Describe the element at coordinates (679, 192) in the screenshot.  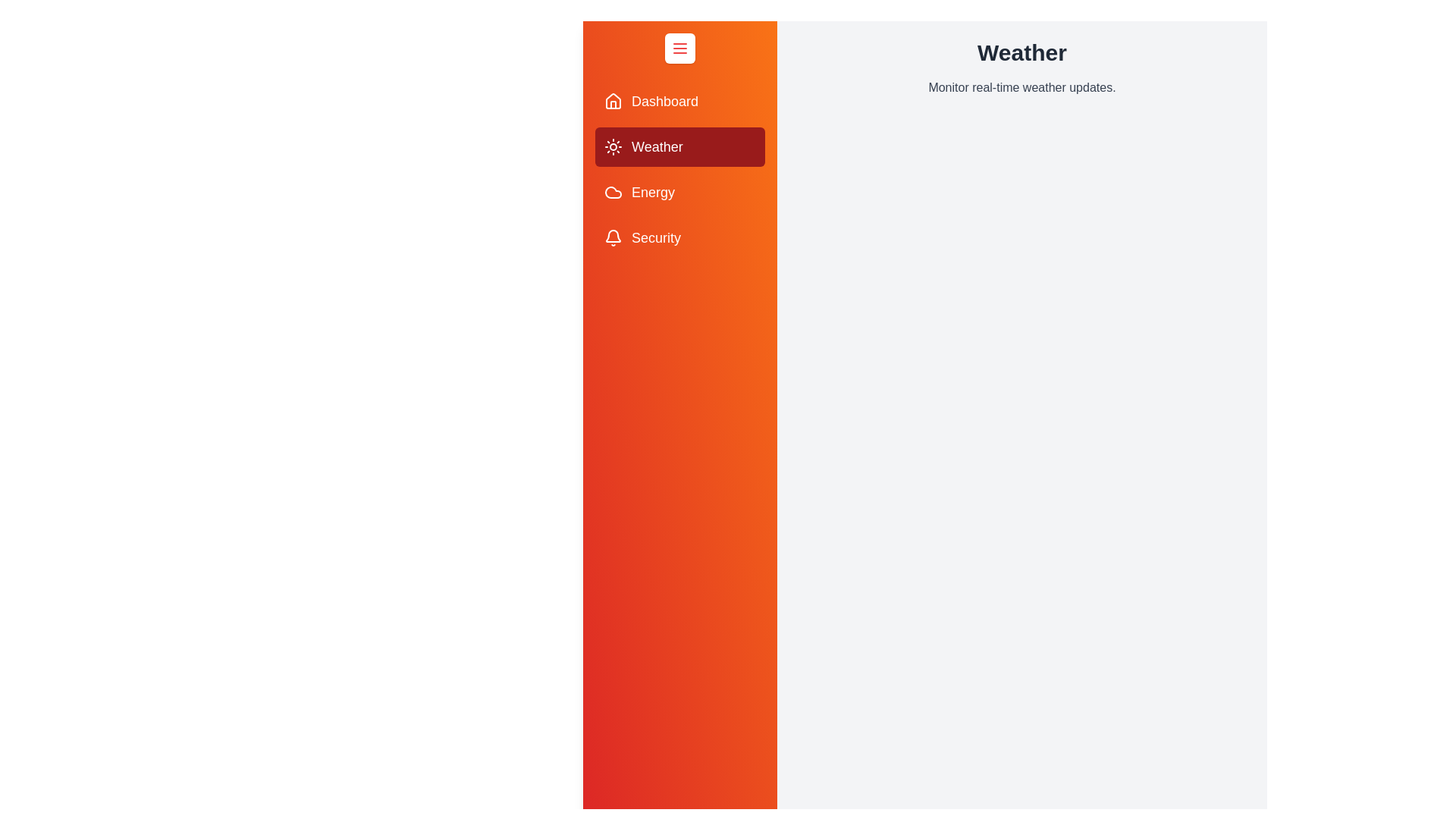
I see `the menu item labeled 'Energy' to observe its hover effect` at that location.